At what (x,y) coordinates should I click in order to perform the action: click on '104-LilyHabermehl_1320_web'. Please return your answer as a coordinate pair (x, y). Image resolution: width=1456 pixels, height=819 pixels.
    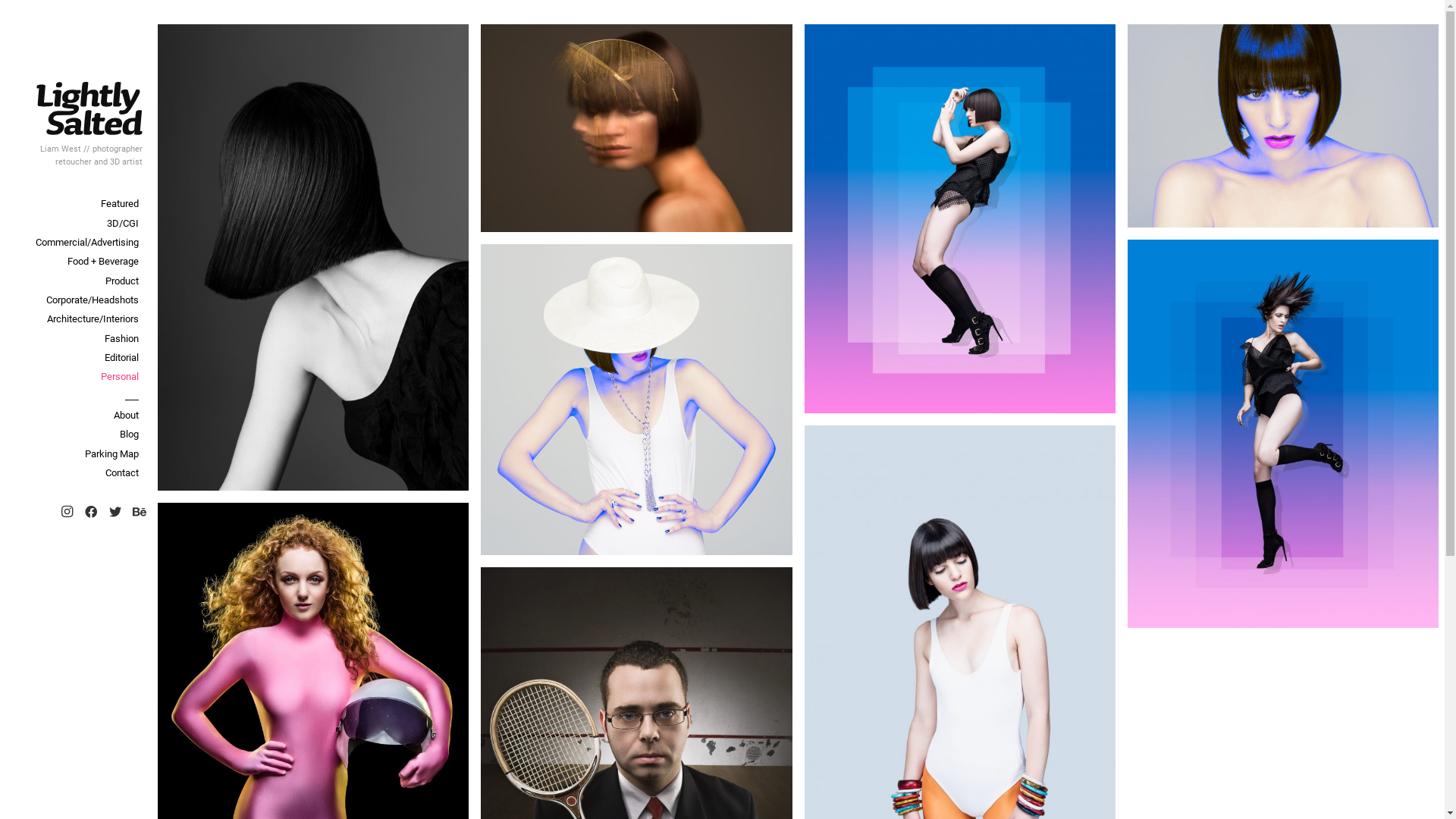
    Looking at the image, I should click on (636, 127).